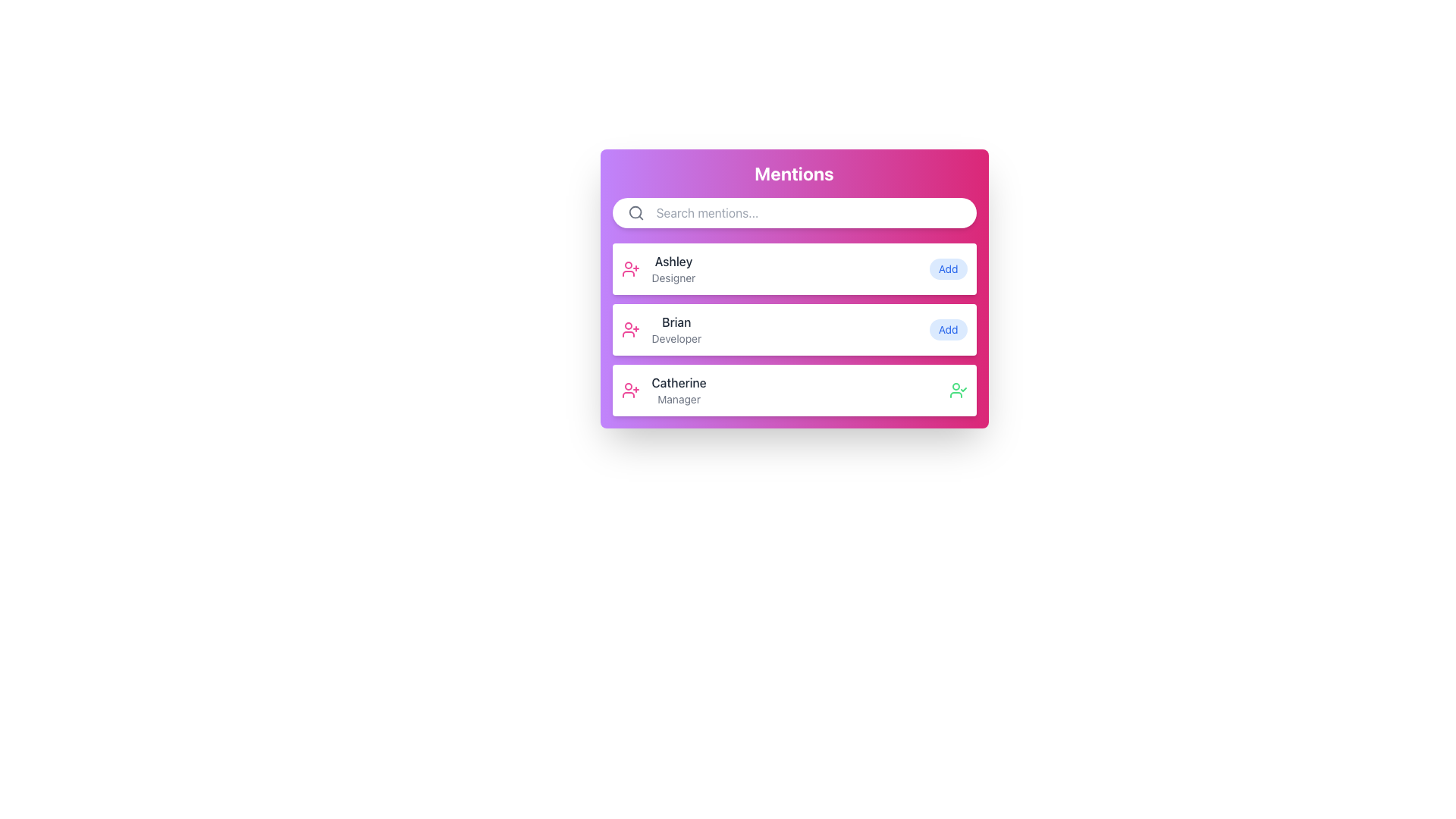  Describe the element at coordinates (635, 213) in the screenshot. I see `the gray magnifying glass icon located to the left of the search bar with placeholder text 'Search mentions...'` at that location.